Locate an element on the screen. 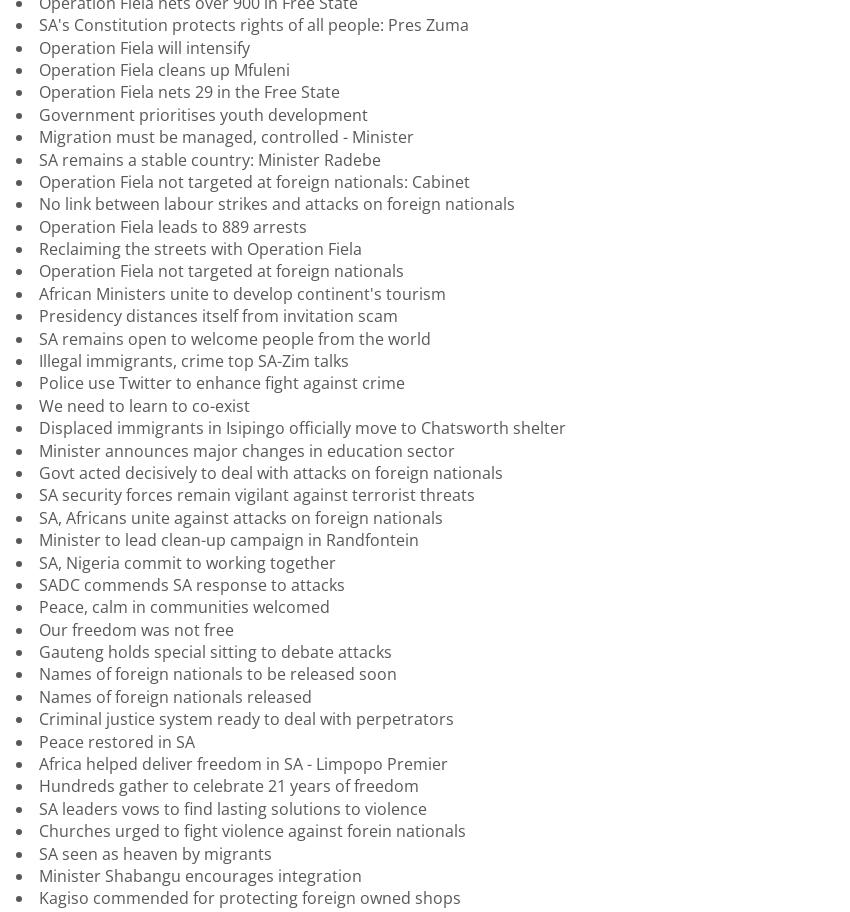 The height and width of the screenshot is (912, 850). 'SADC commends SA response to attacks' is located at coordinates (191, 583).